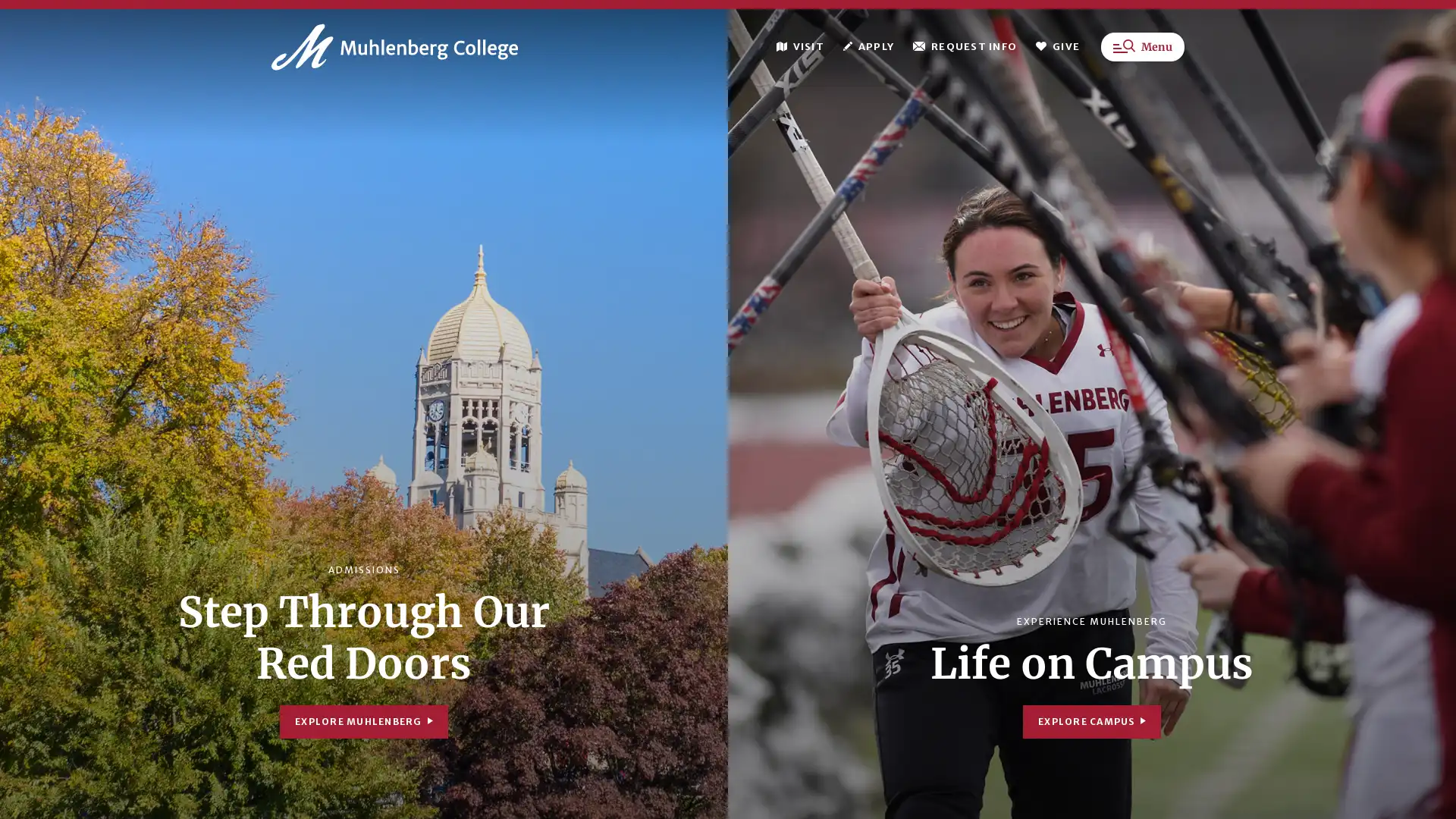 This screenshot has width=1456, height=819. Describe the element at coordinates (1143, 51) in the screenshot. I see `Menu` at that location.